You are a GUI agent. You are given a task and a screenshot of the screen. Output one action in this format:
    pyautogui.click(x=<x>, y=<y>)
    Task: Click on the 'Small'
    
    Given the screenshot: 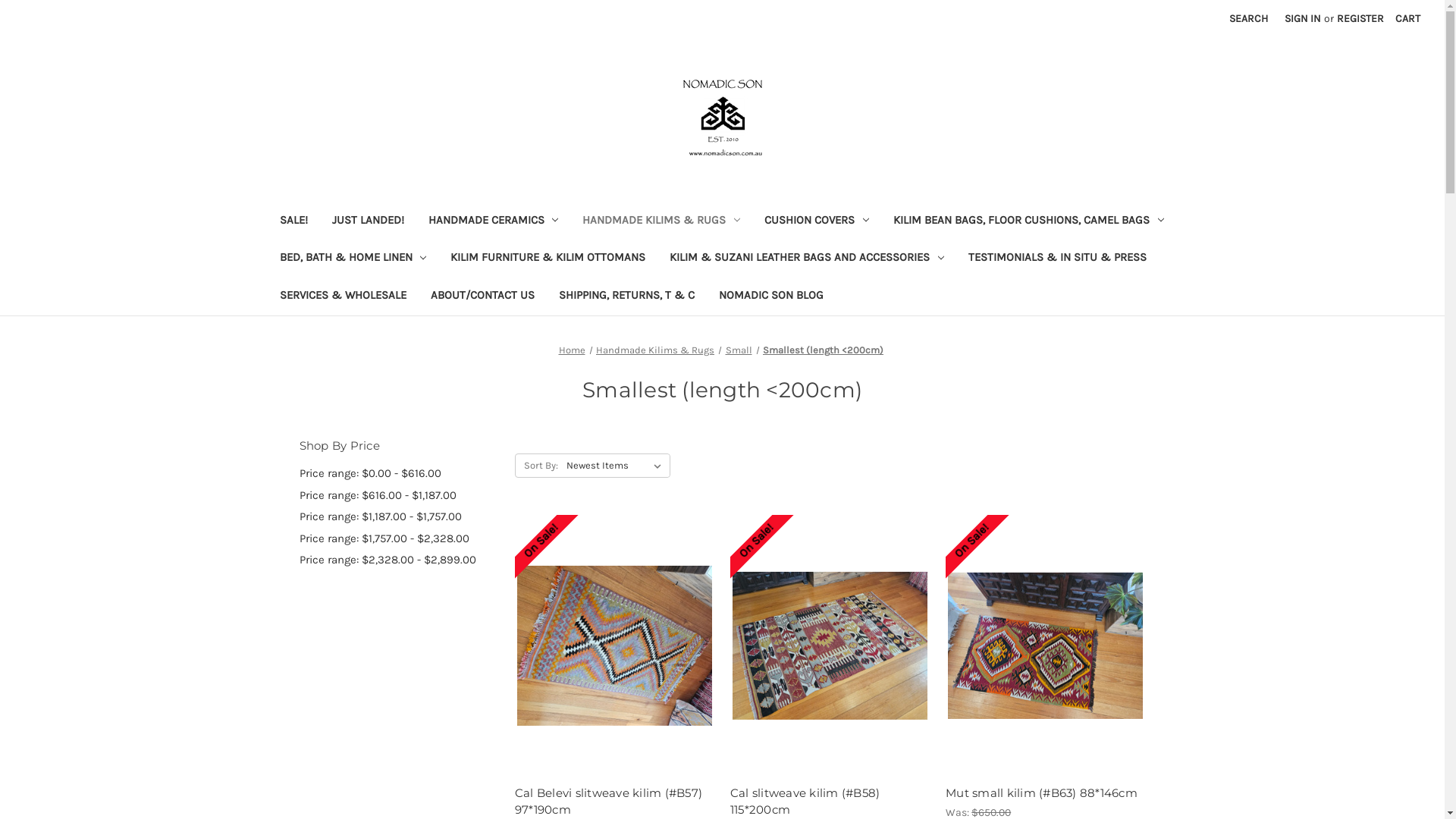 What is the action you would take?
    pyautogui.click(x=738, y=350)
    